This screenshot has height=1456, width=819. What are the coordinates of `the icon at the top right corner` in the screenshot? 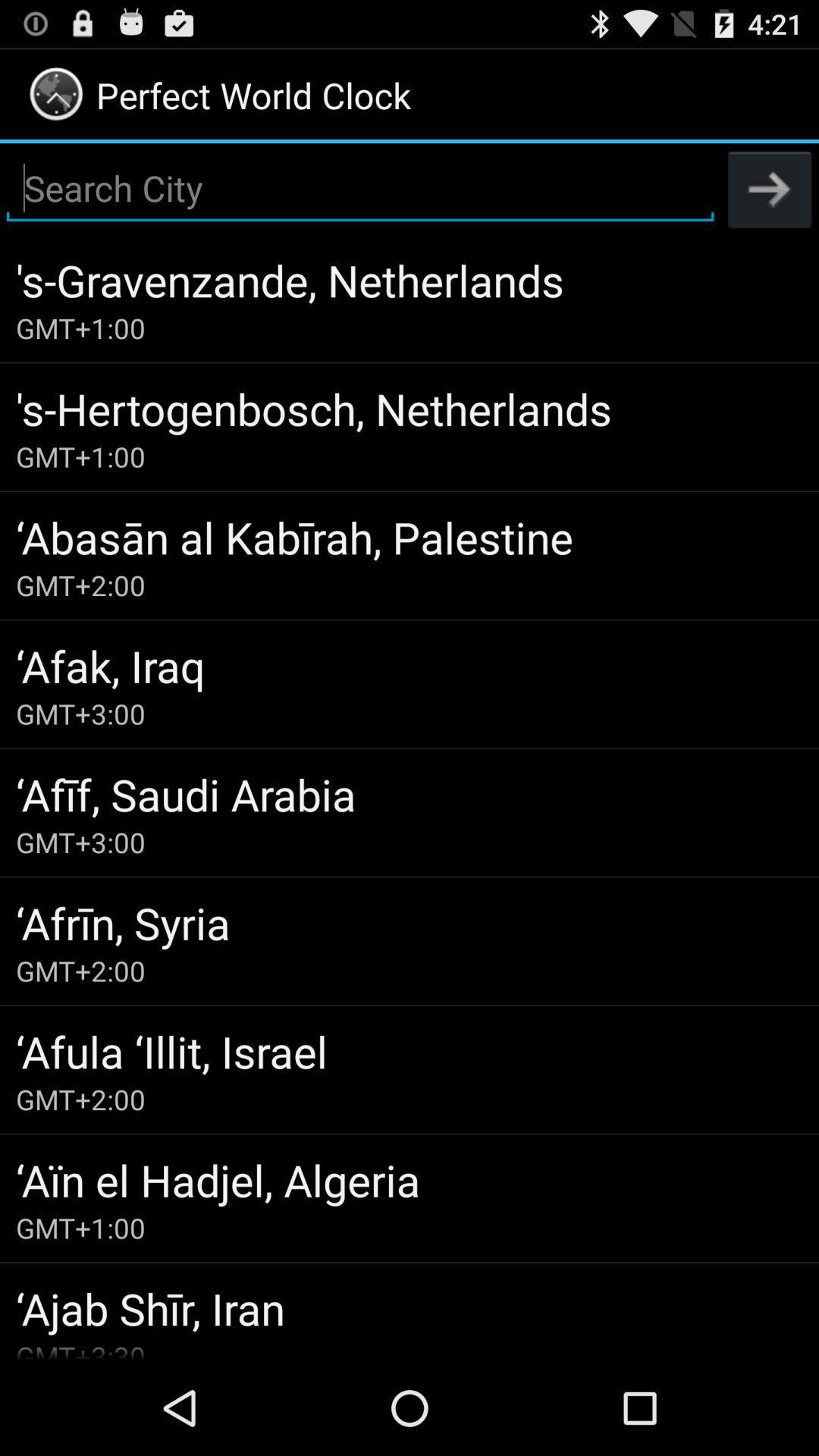 It's located at (770, 188).